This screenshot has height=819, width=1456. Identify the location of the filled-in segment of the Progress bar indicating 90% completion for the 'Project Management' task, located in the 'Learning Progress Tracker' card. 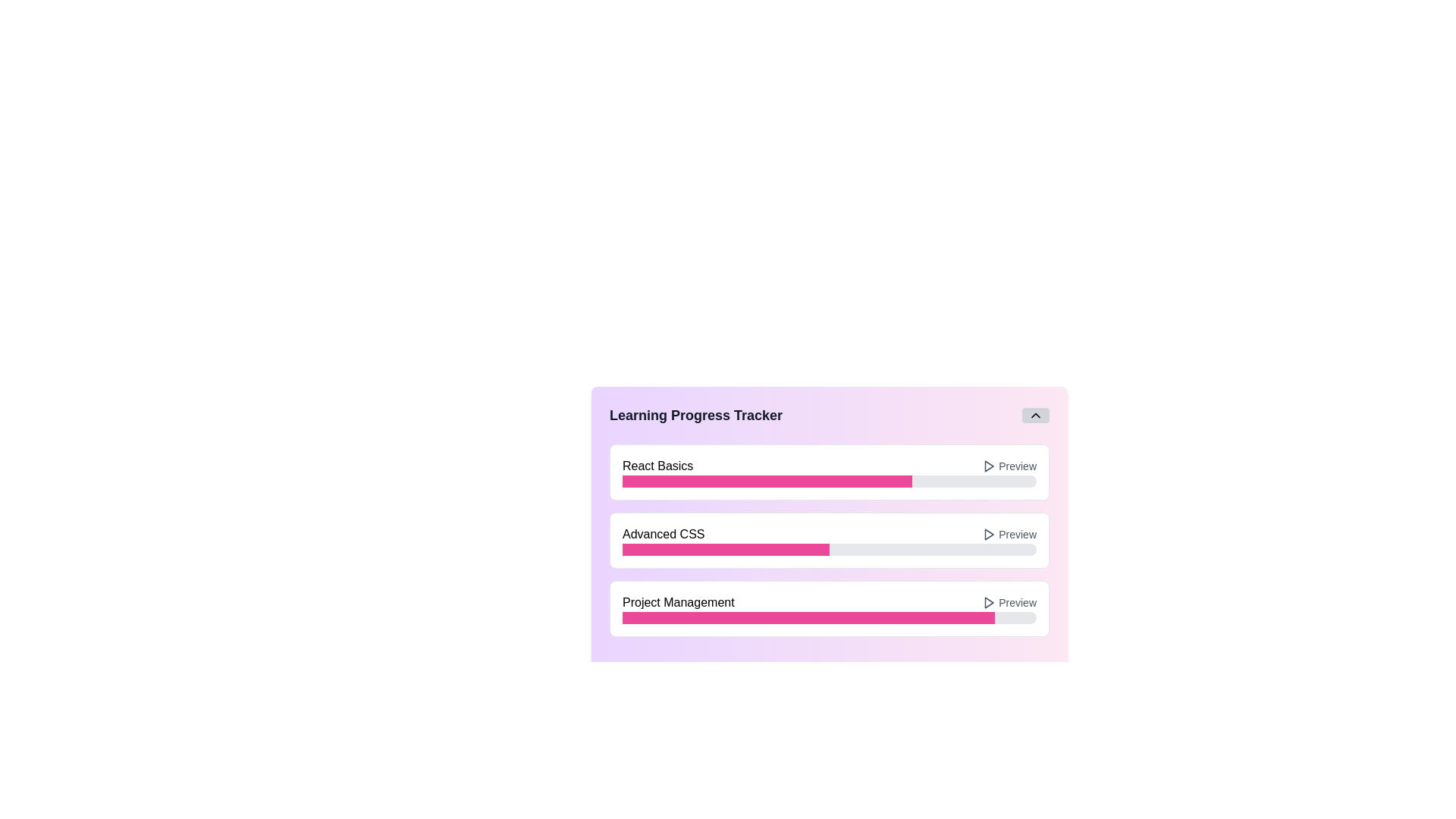
(808, 617).